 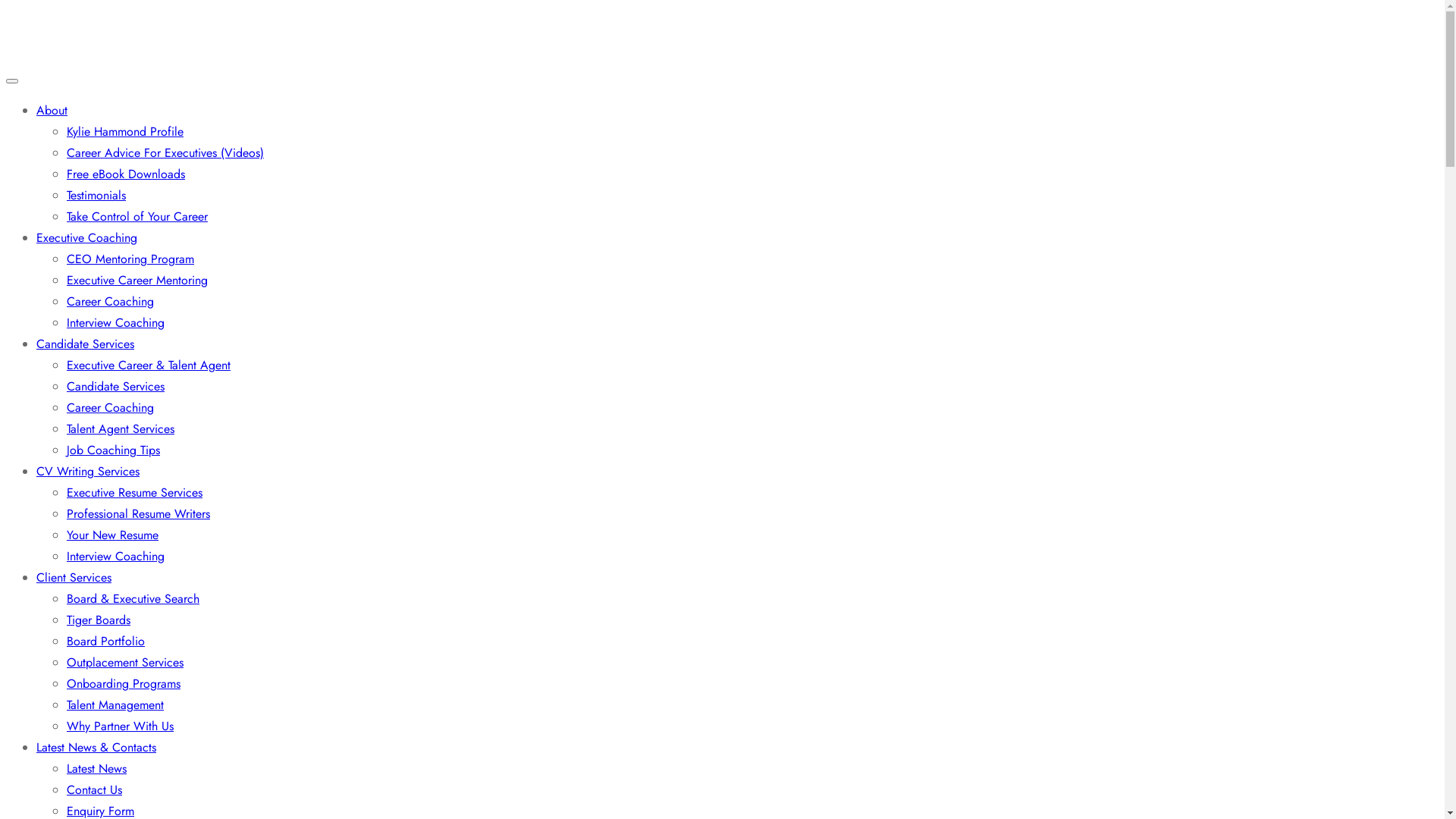 What do you see at coordinates (130, 258) in the screenshot?
I see `'CEO Mentoring Program'` at bounding box center [130, 258].